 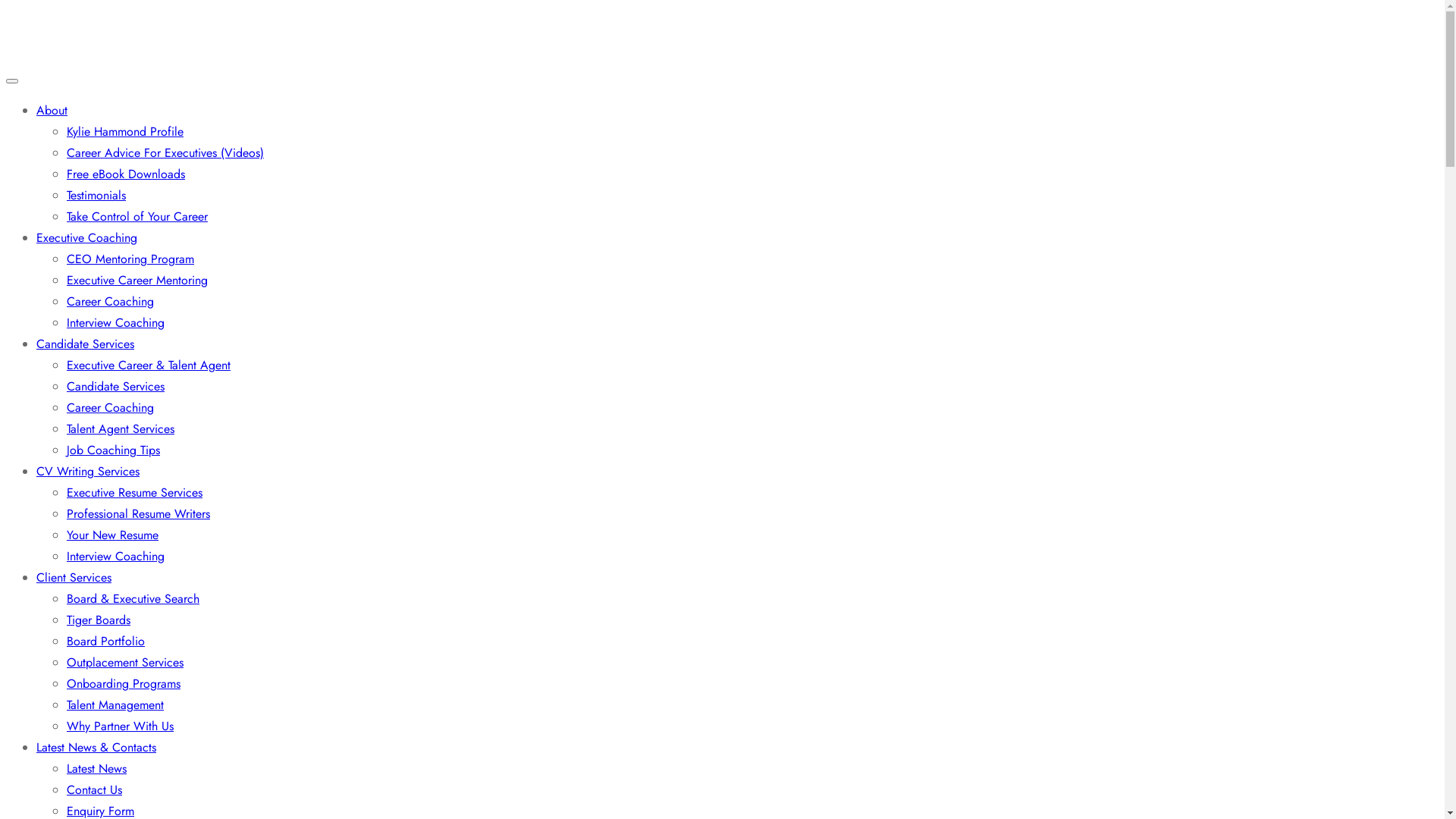 What do you see at coordinates (130, 258) in the screenshot?
I see `'CEO Mentoring Program'` at bounding box center [130, 258].